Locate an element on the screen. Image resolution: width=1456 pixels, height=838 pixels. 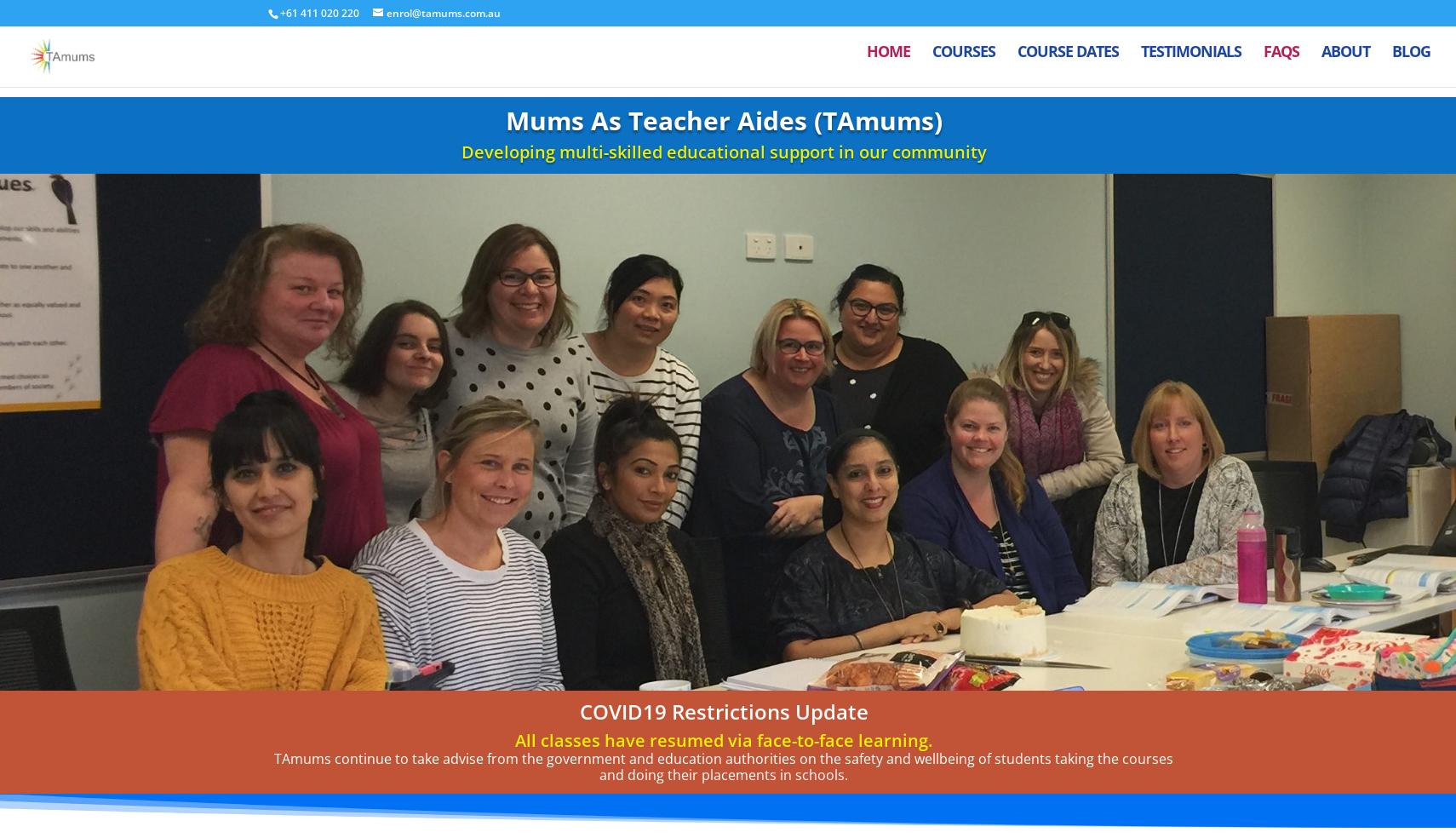
'Course Dates' is located at coordinates (1067, 61).